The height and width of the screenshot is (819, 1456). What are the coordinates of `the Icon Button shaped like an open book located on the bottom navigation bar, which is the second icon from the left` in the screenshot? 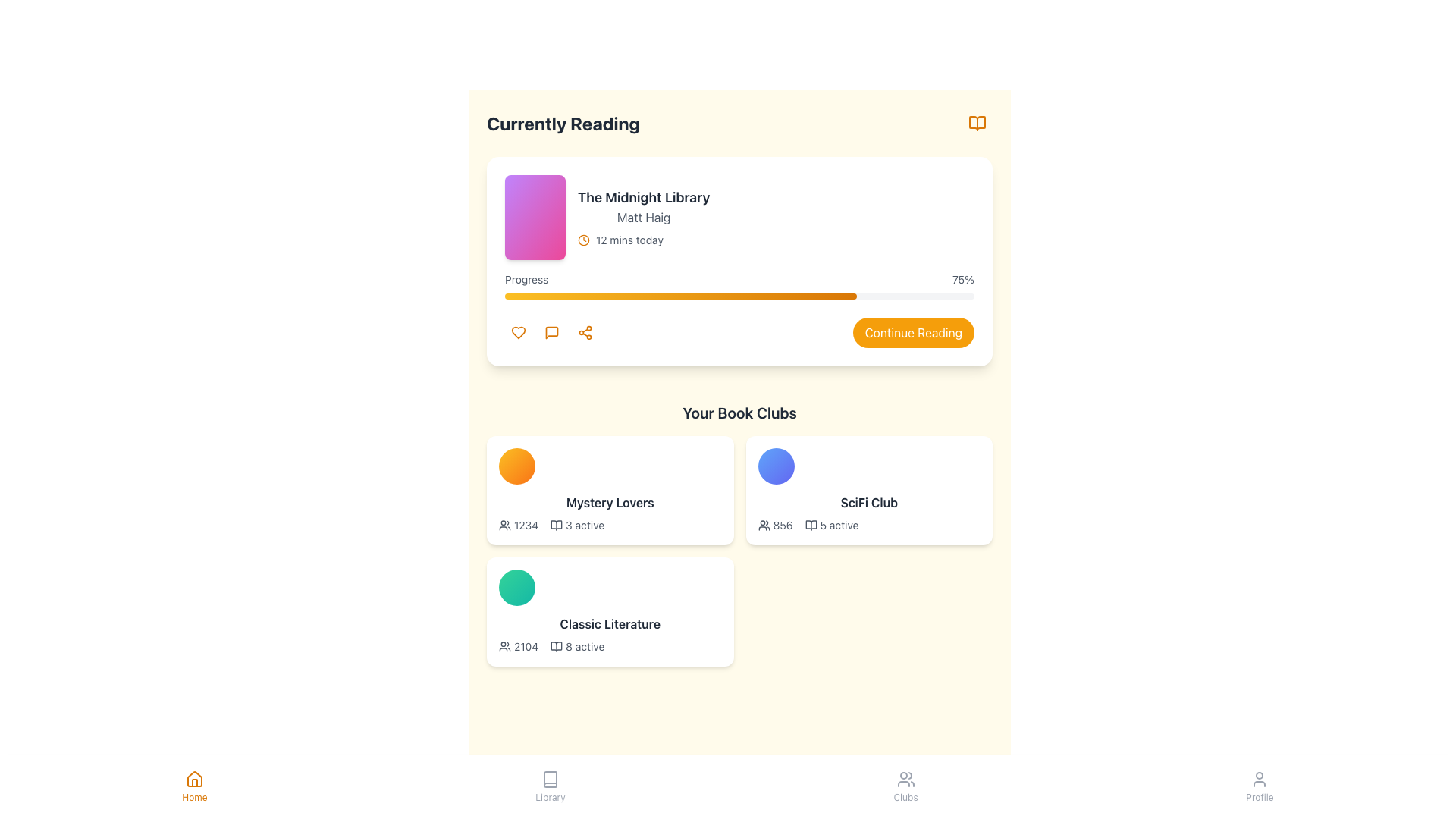 It's located at (549, 780).